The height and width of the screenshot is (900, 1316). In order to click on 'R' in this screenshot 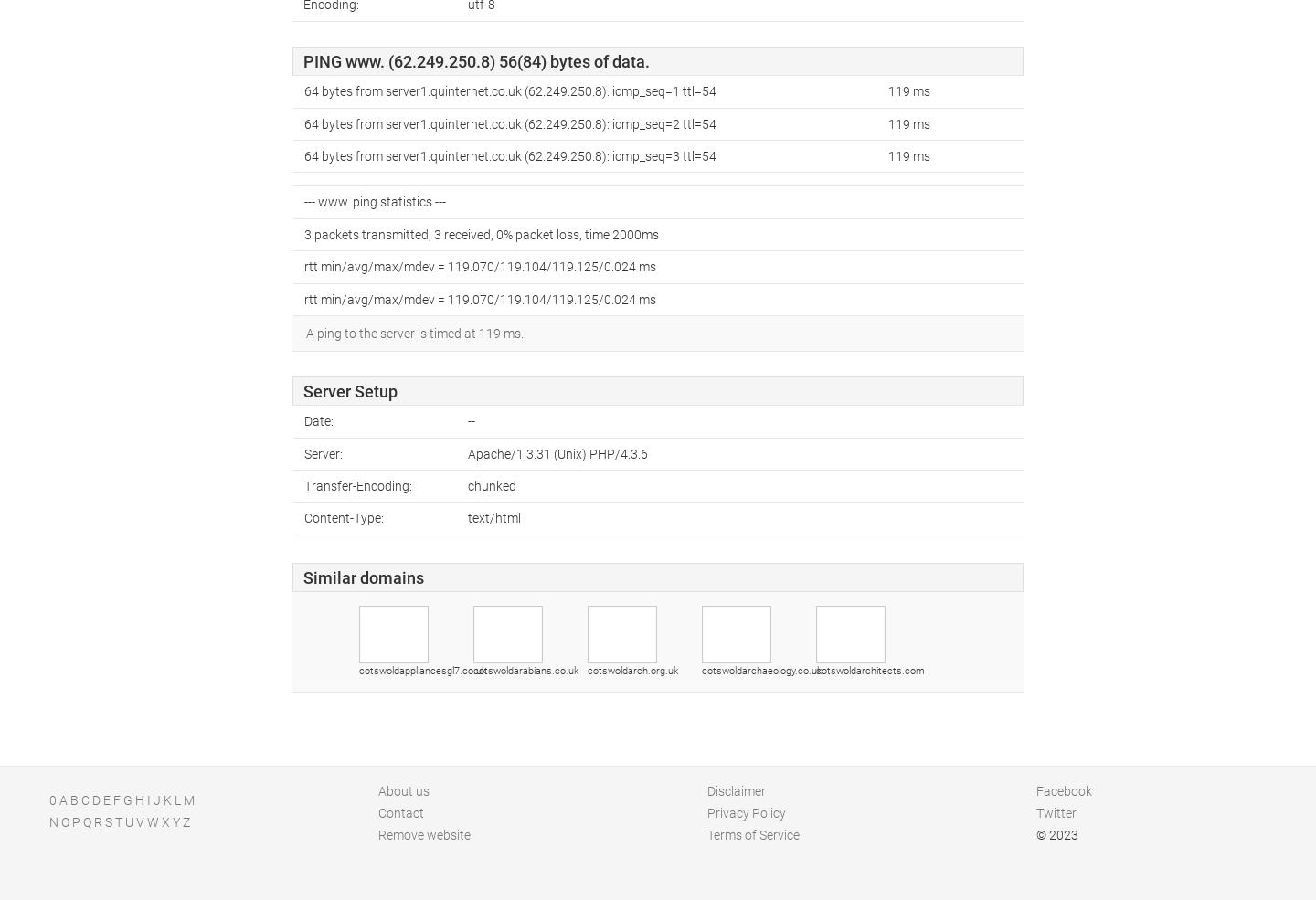, I will do `click(97, 821)`.